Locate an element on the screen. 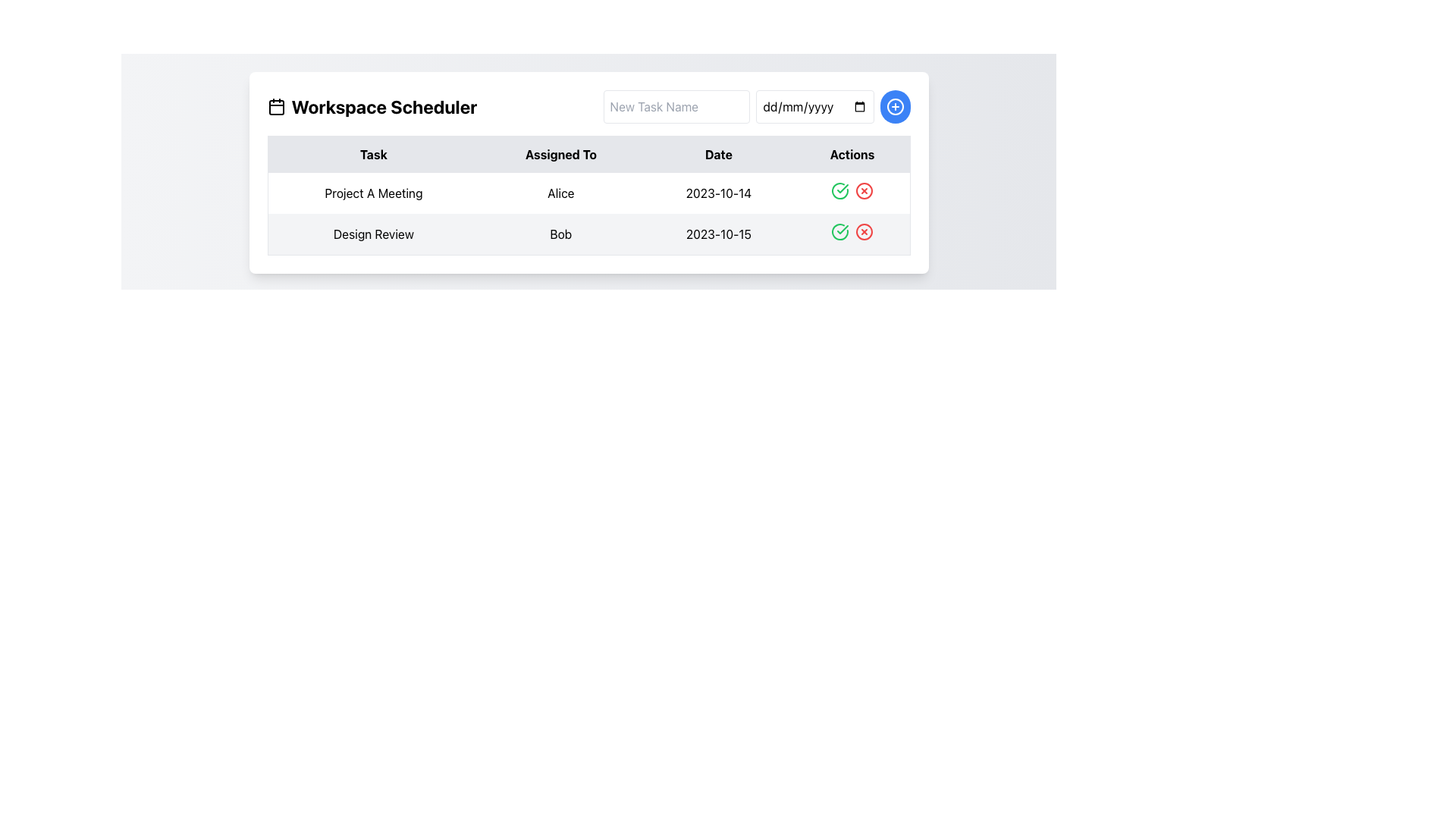 Image resolution: width=1456 pixels, height=819 pixels. the text label displaying '2023-10-14' in bold black within the first row and third column of the table is located at coordinates (717, 192).